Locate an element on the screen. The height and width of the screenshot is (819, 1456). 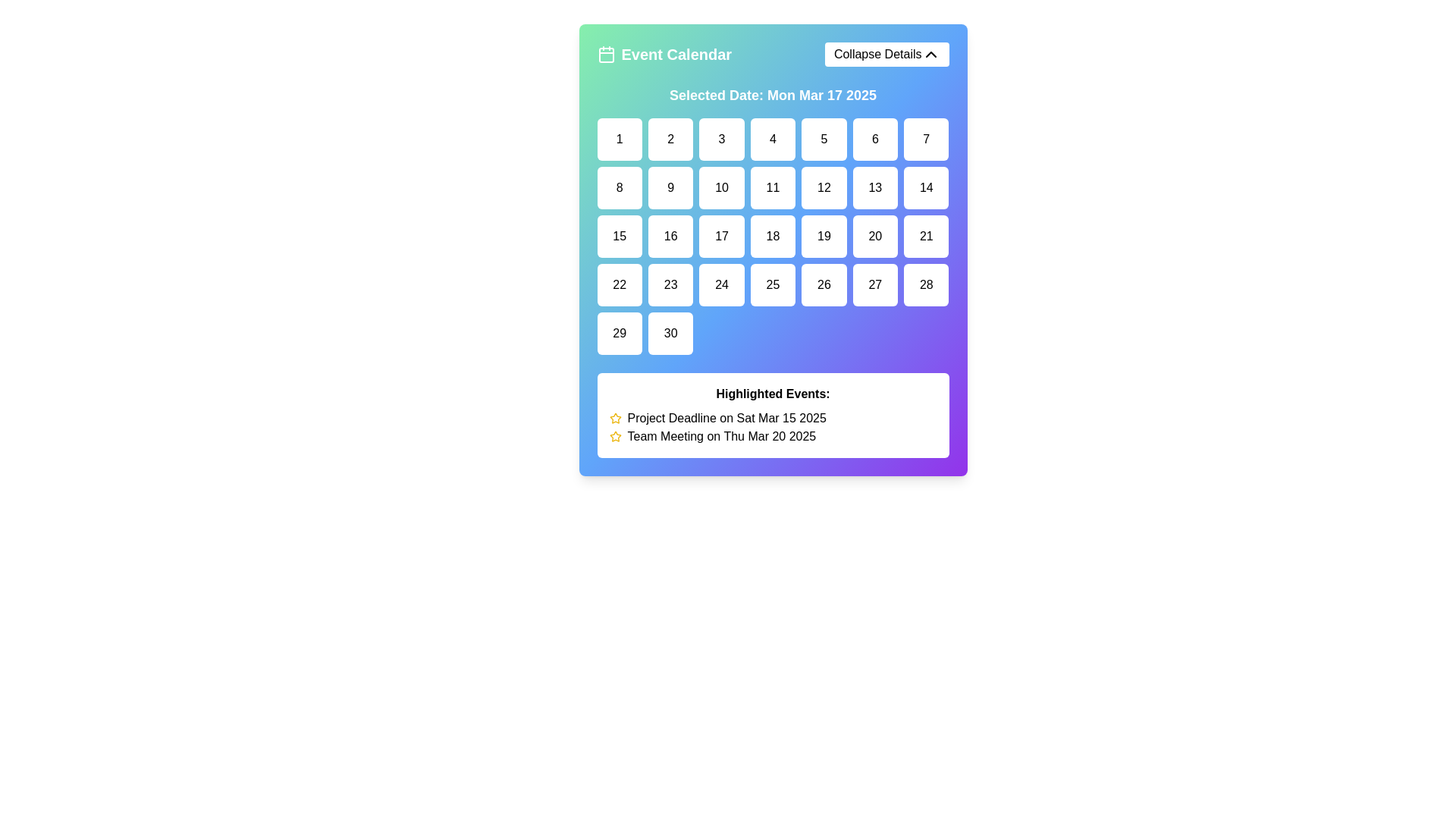
the square button with a white background and black text displaying '11', located in the second row and fourth column of the calendar grid is located at coordinates (773, 187).